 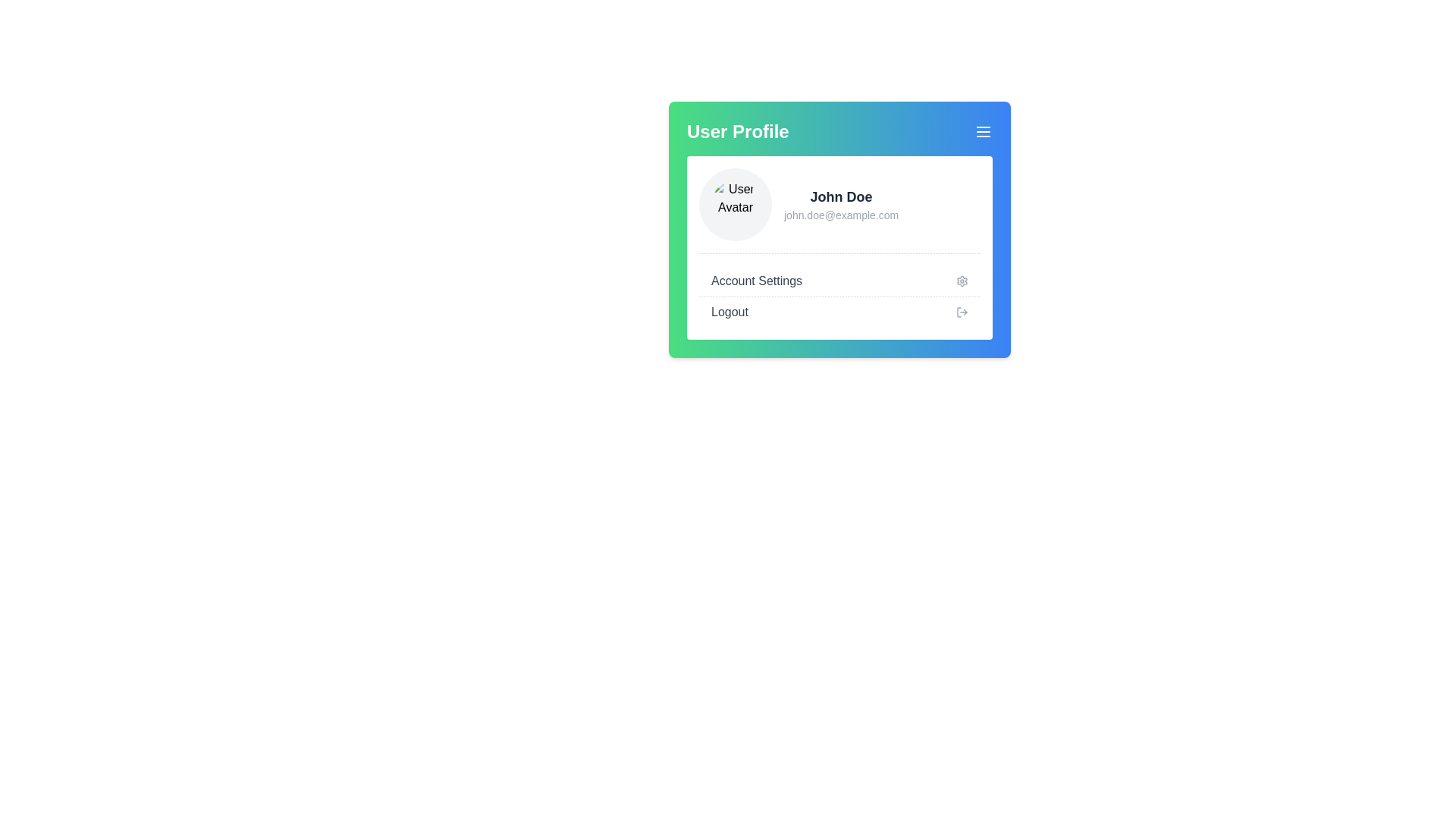 I want to click on the user name text displayed above the email 'john.doe@example.com' in the user profile card, located in the right section next to the avatar image, so click(x=840, y=196).